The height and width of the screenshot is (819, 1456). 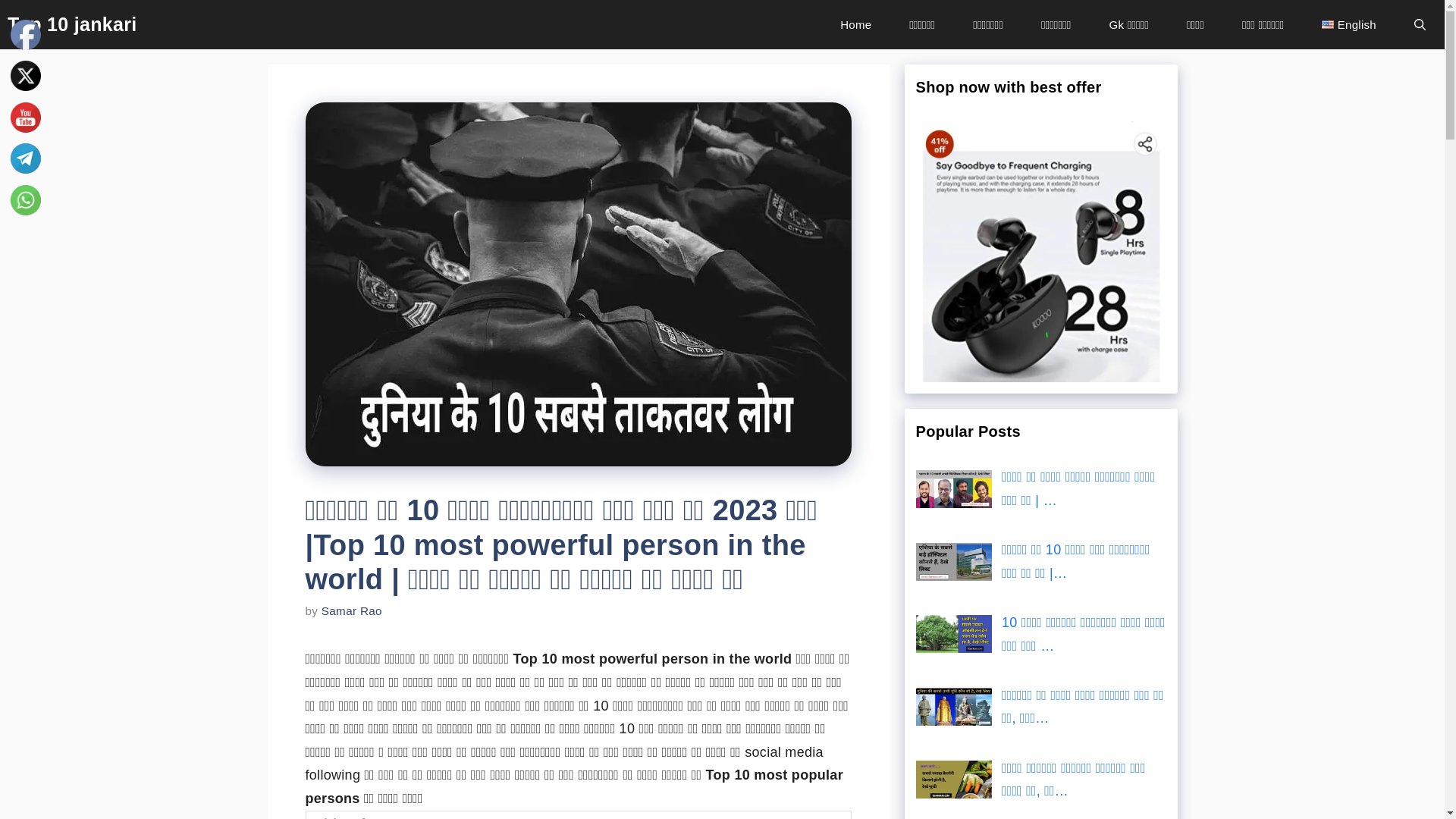 What do you see at coordinates (351, 610) in the screenshot?
I see `'Samar Rao'` at bounding box center [351, 610].